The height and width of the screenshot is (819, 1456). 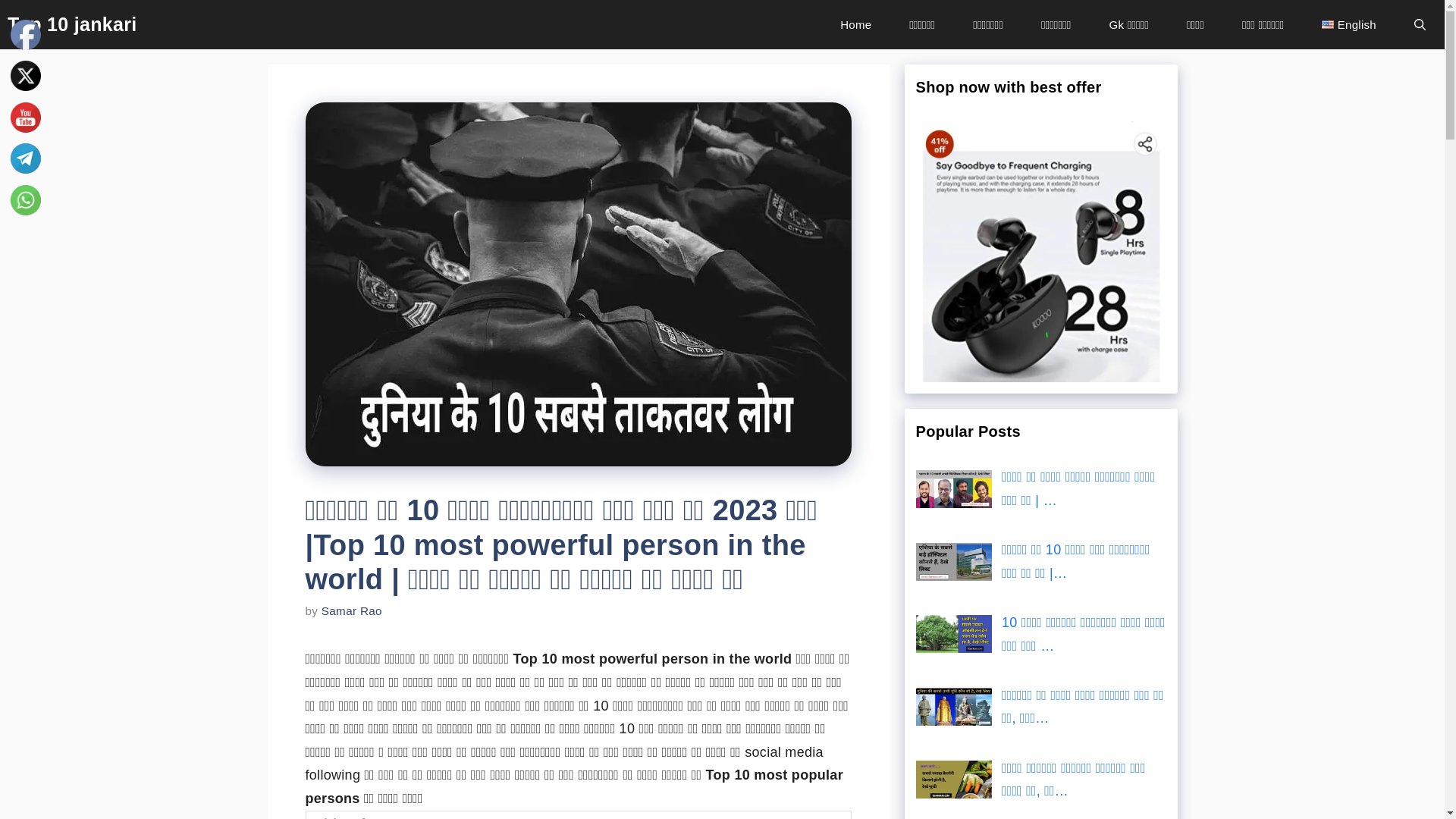 What do you see at coordinates (351, 610) in the screenshot?
I see `'Samar Rao'` at bounding box center [351, 610].